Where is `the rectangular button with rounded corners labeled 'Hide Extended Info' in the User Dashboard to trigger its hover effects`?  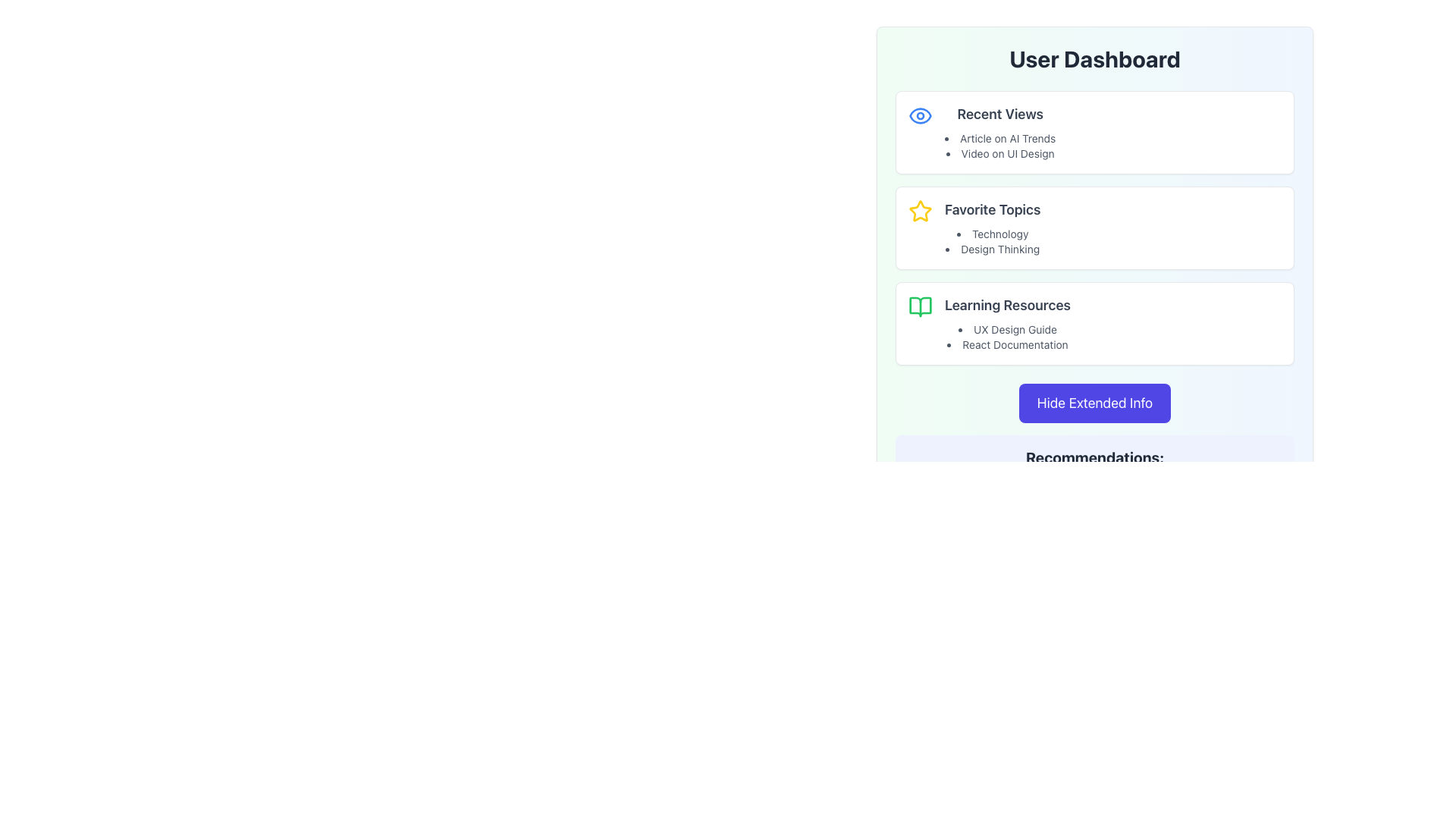
the rectangular button with rounded corners labeled 'Hide Extended Info' in the User Dashboard to trigger its hover effects is located at coordinates (1095, 403).